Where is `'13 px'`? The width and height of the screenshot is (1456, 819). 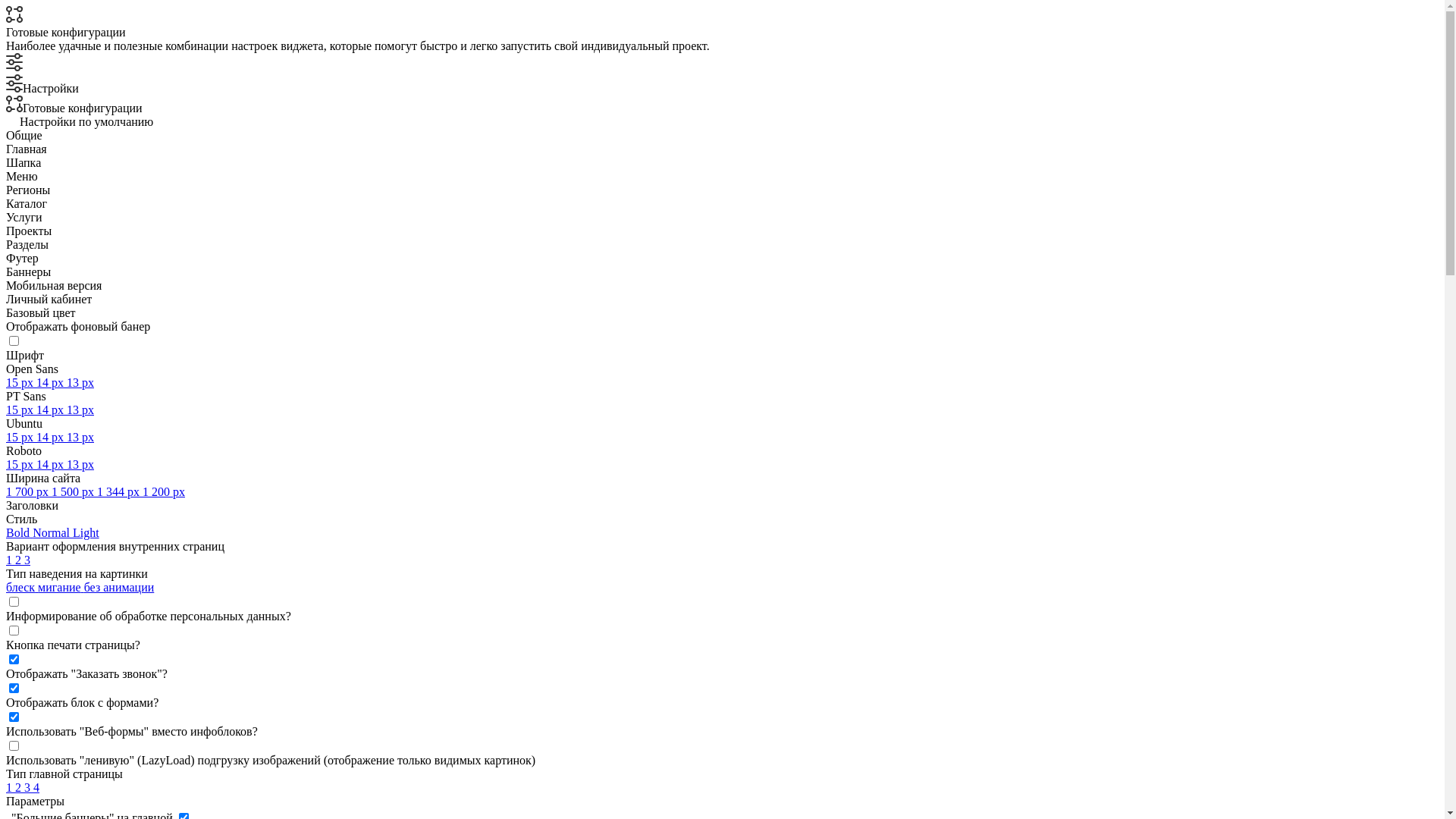 '13 px' is located at coordinates (65, 381).